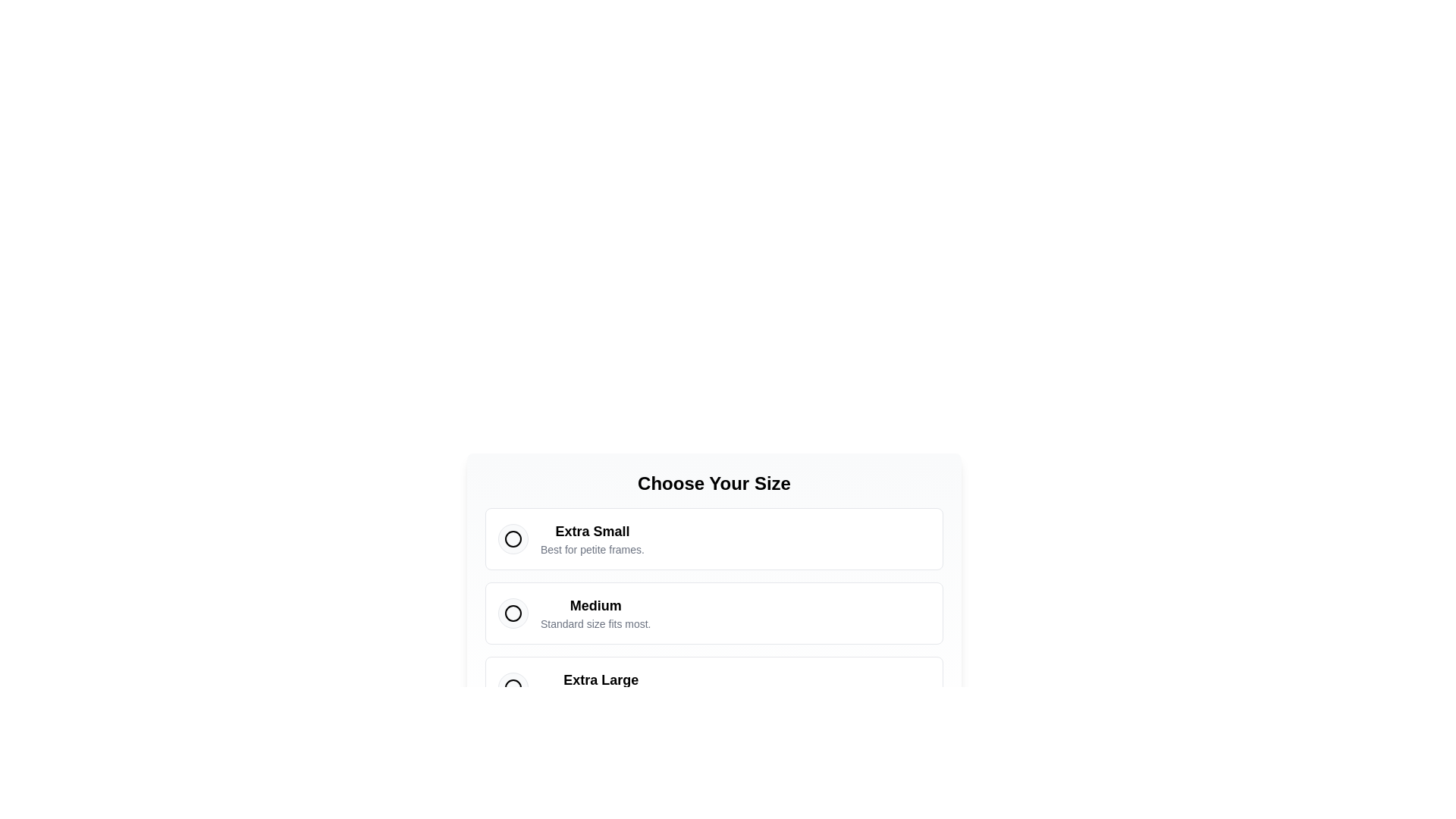  I want to click on the radio button indicator for the 'Medium' size option in the selection list under 'Choose Your Size', so click(513, 613).